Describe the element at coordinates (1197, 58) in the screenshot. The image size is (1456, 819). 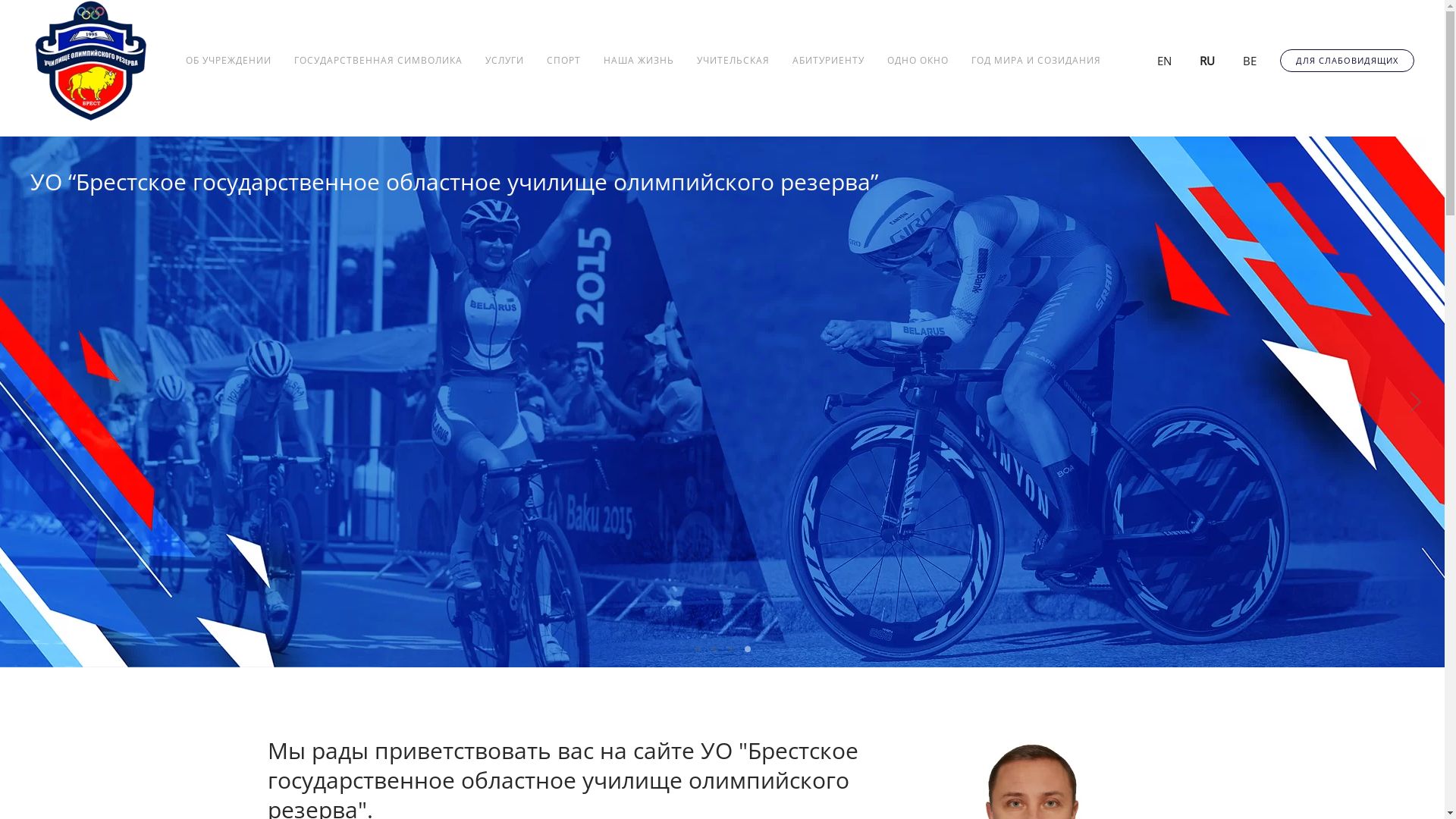
I see `'RU'` at that location.